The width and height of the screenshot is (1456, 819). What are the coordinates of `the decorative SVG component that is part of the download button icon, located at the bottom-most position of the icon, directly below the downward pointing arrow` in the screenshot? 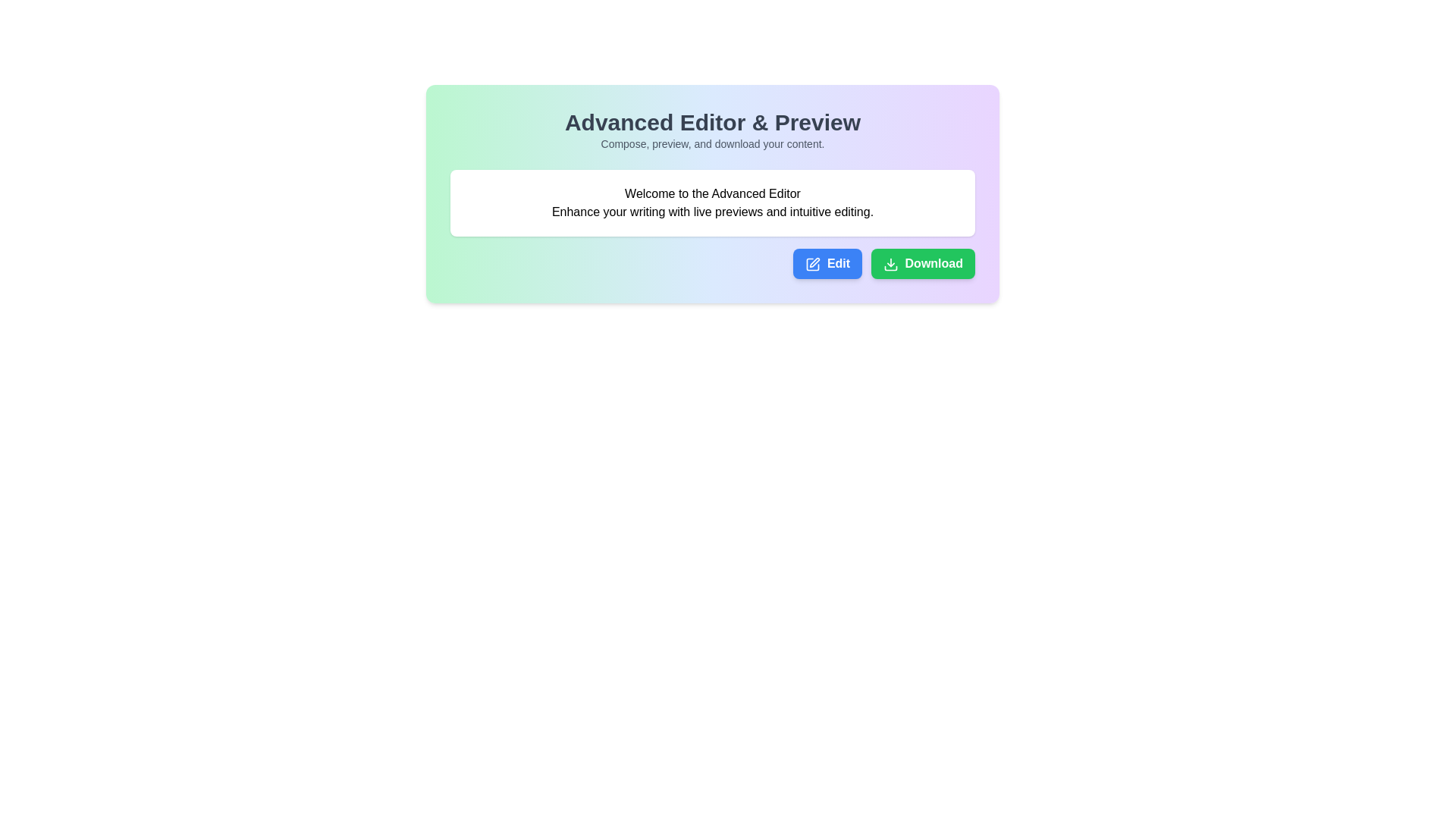 It's located at (891, 267).